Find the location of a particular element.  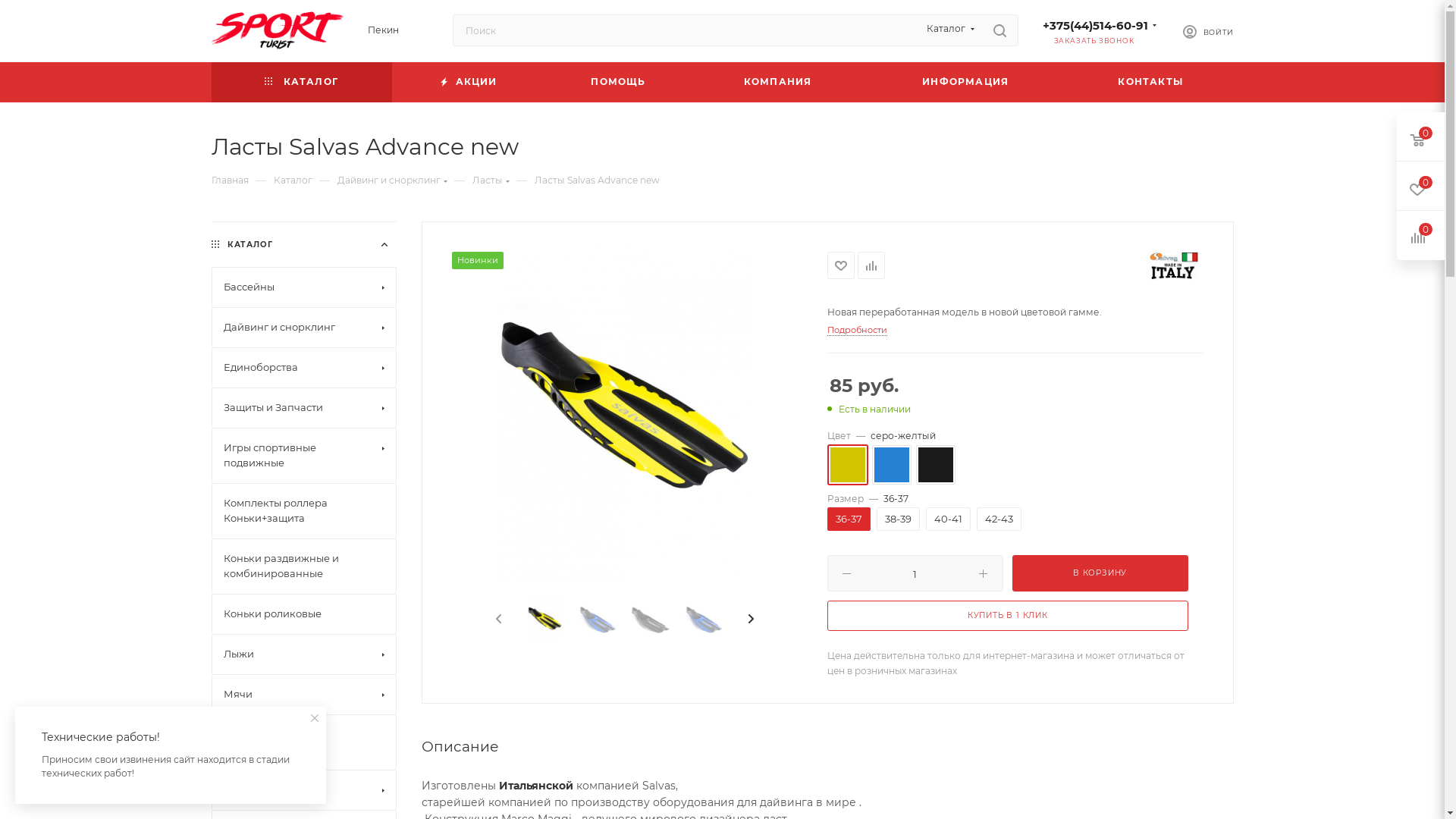

'+375(44)514-60-91' is located at coordinates (1094, 25).